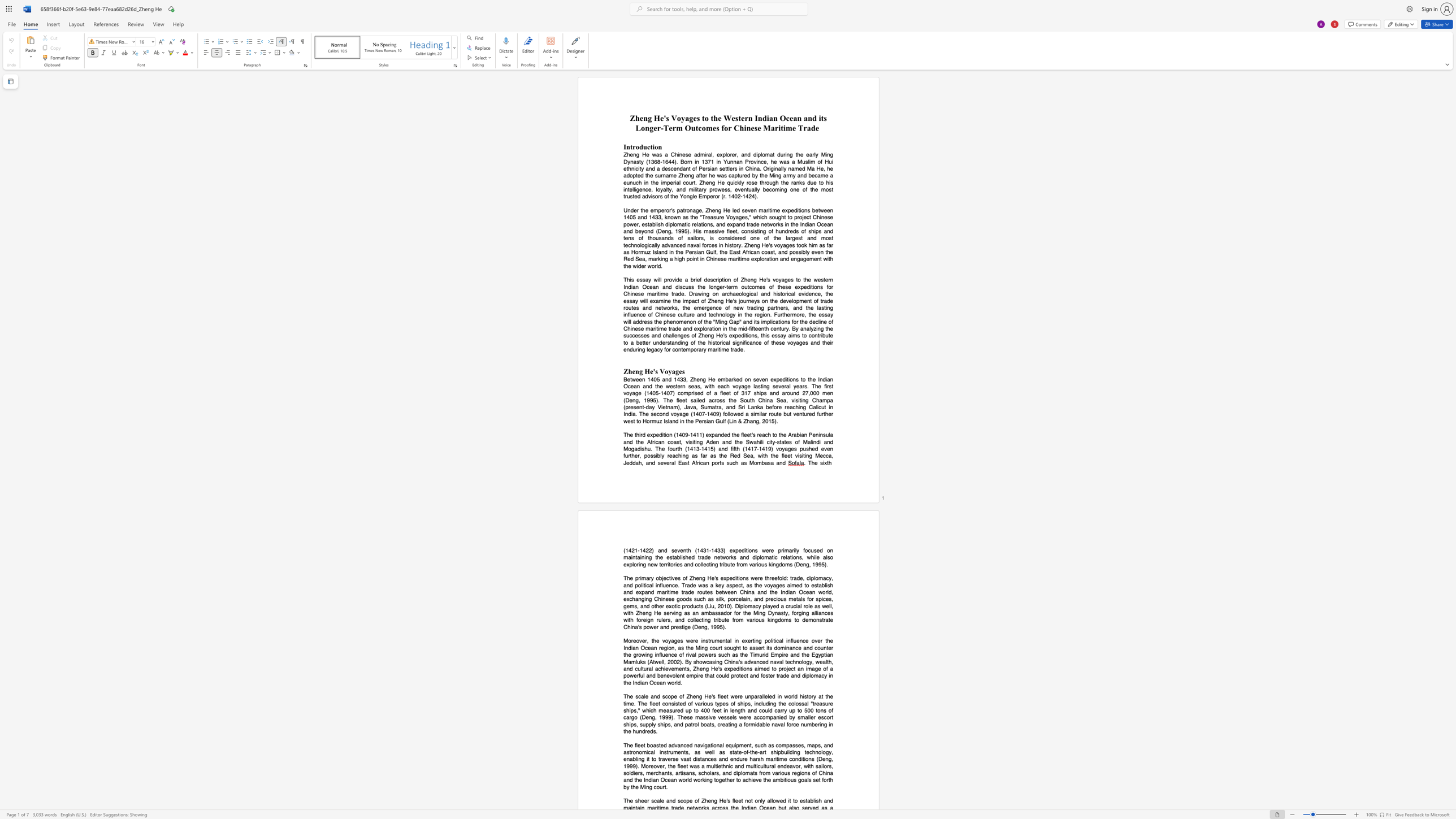  I want to click on the subset text "ur" within the text "The third expedition (1409-1411) expanded the fleet", so click(625, 456).